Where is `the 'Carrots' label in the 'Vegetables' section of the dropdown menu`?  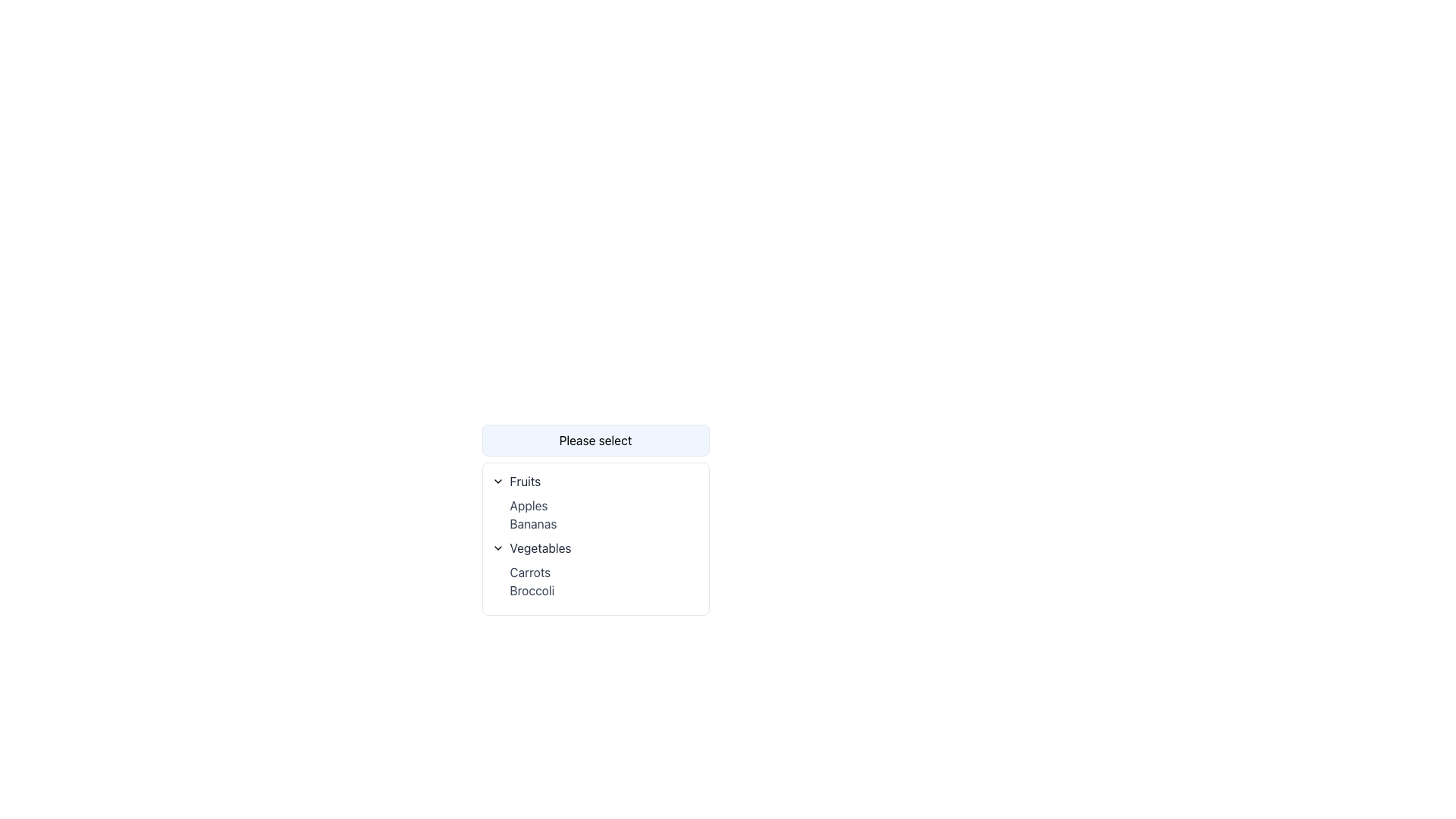 the 'Carrots' label in the 'Vegetables' section of the dropdown menu is located at coordinates (530, 573).